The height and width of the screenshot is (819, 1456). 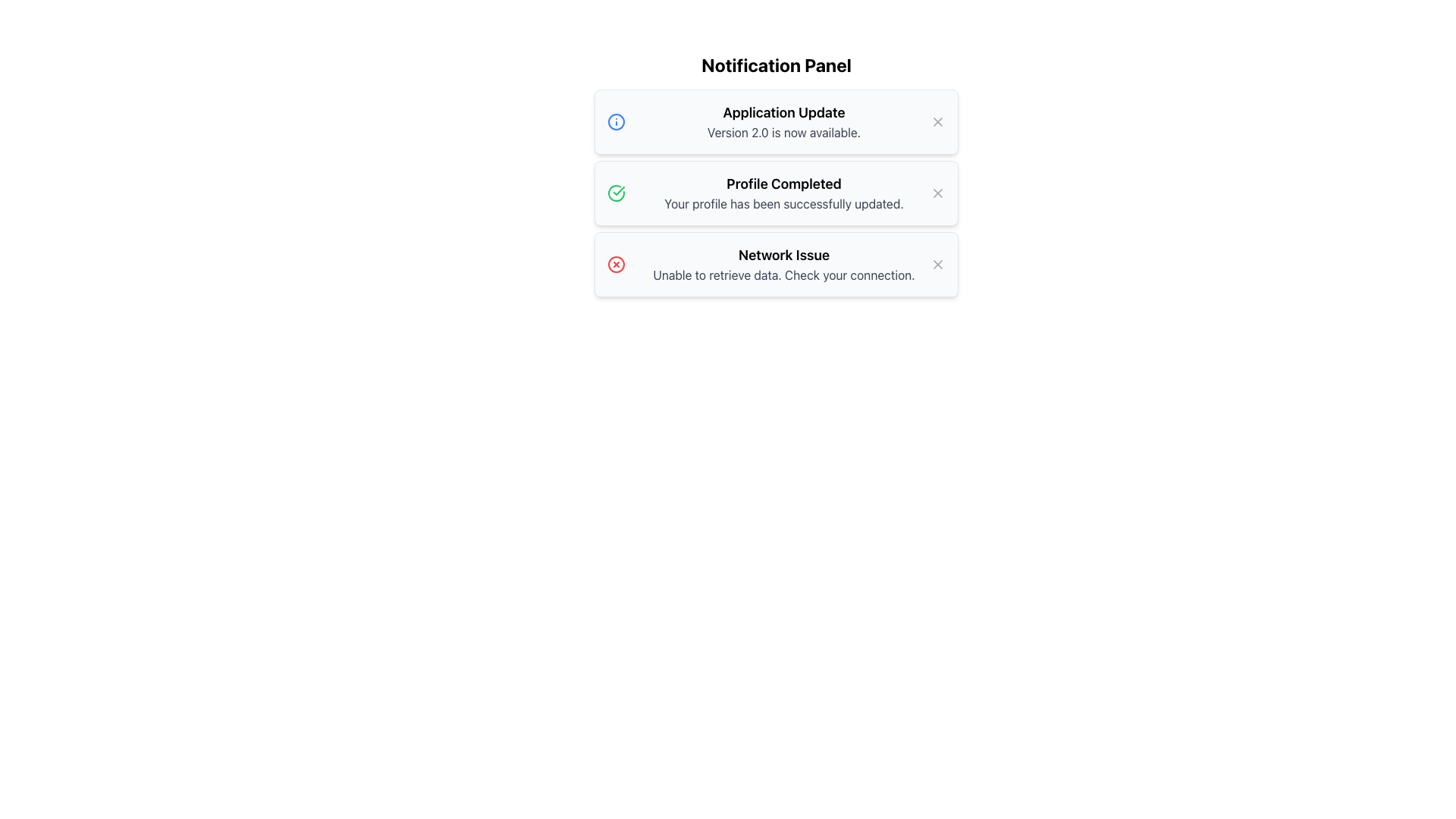 I want to click on the circular icon that represents the notification item 'Application Update', located in the far left of its row, so click(x=616, y=121).